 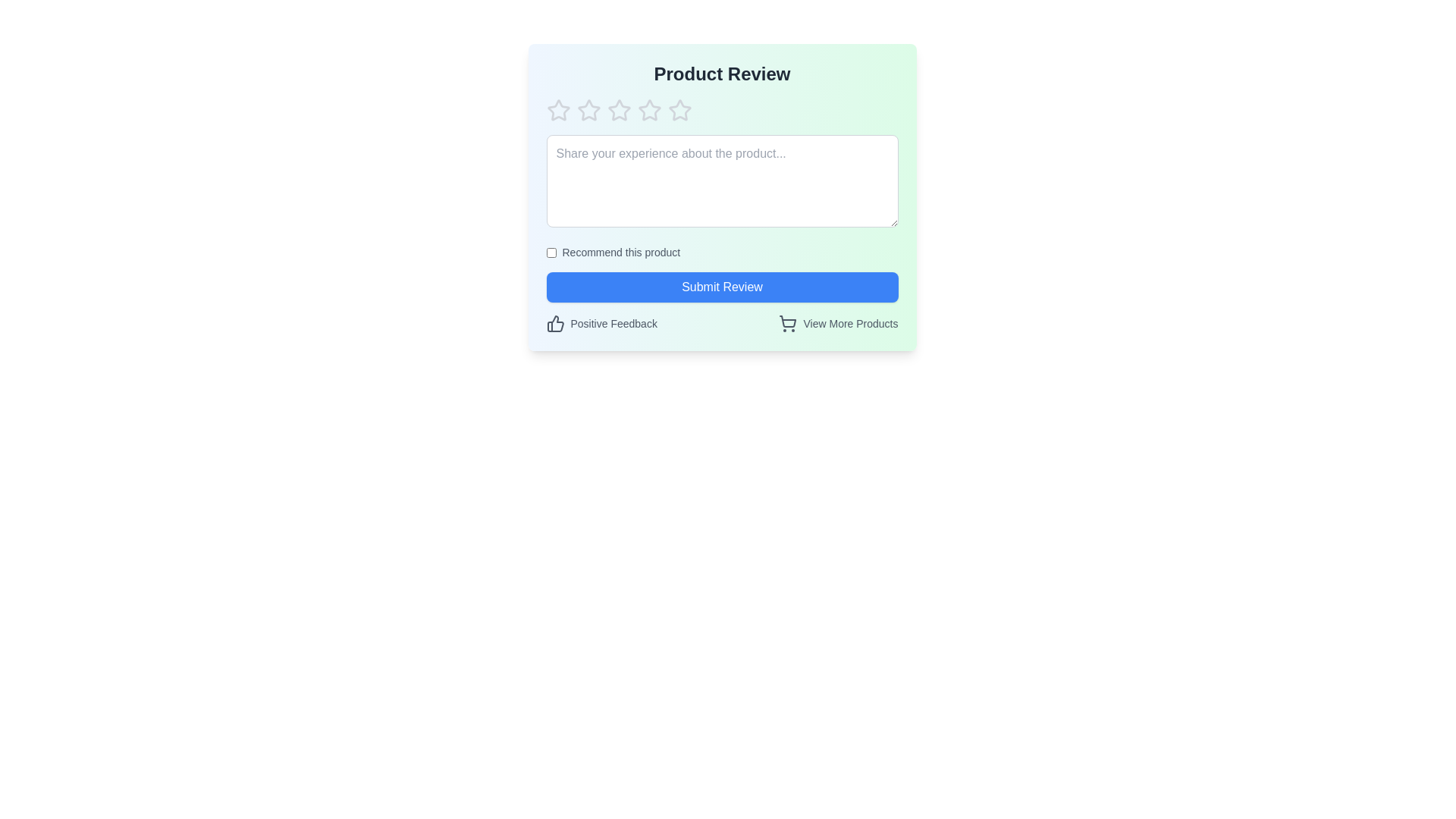 I want to click on the 'Positive Feedback' section to interact with it, so click(x=554, y=323).